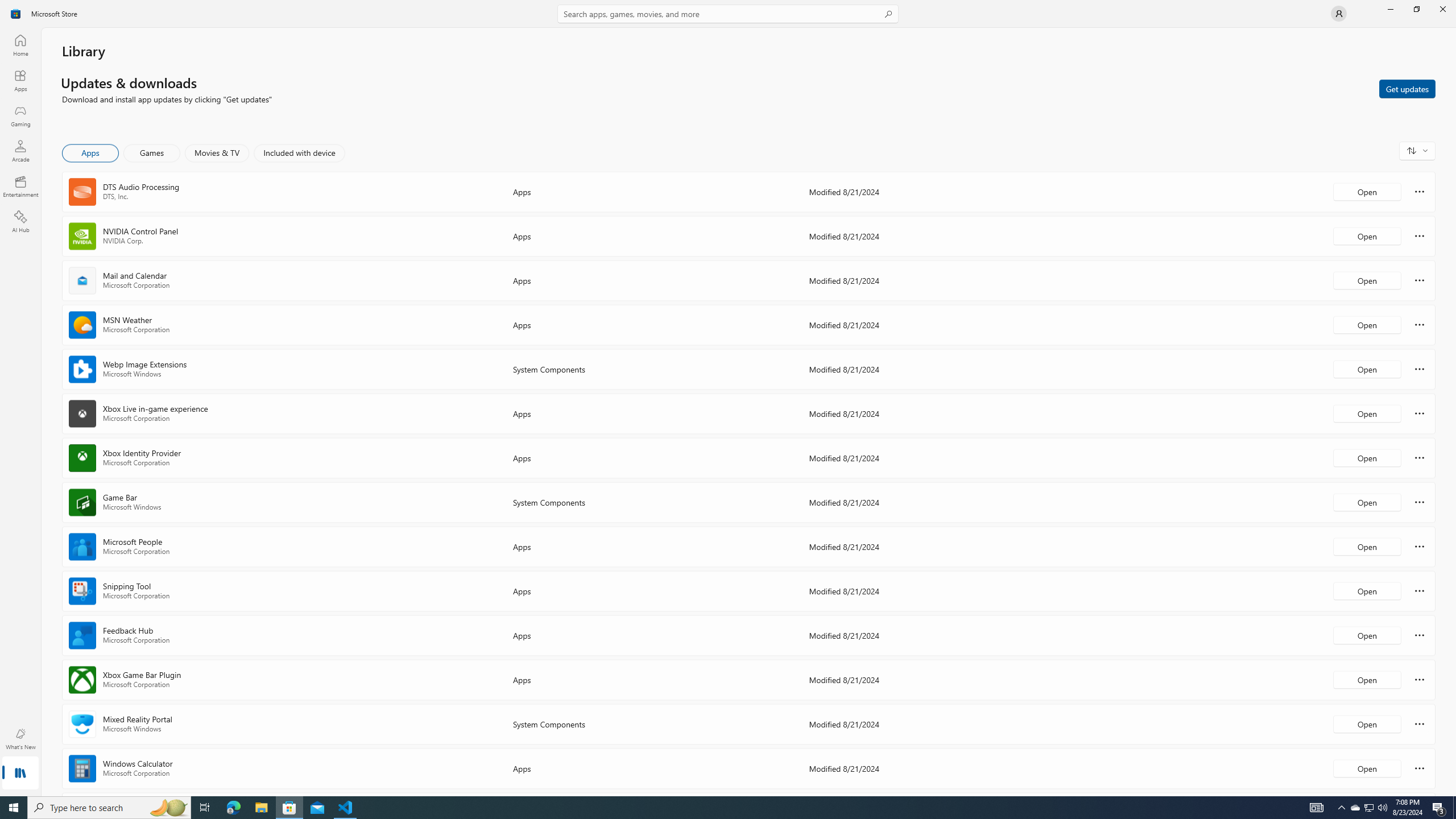  Describe the element at coordinates (1417, 150) in the screenshot. I see `'Sort and filter'` at that location.